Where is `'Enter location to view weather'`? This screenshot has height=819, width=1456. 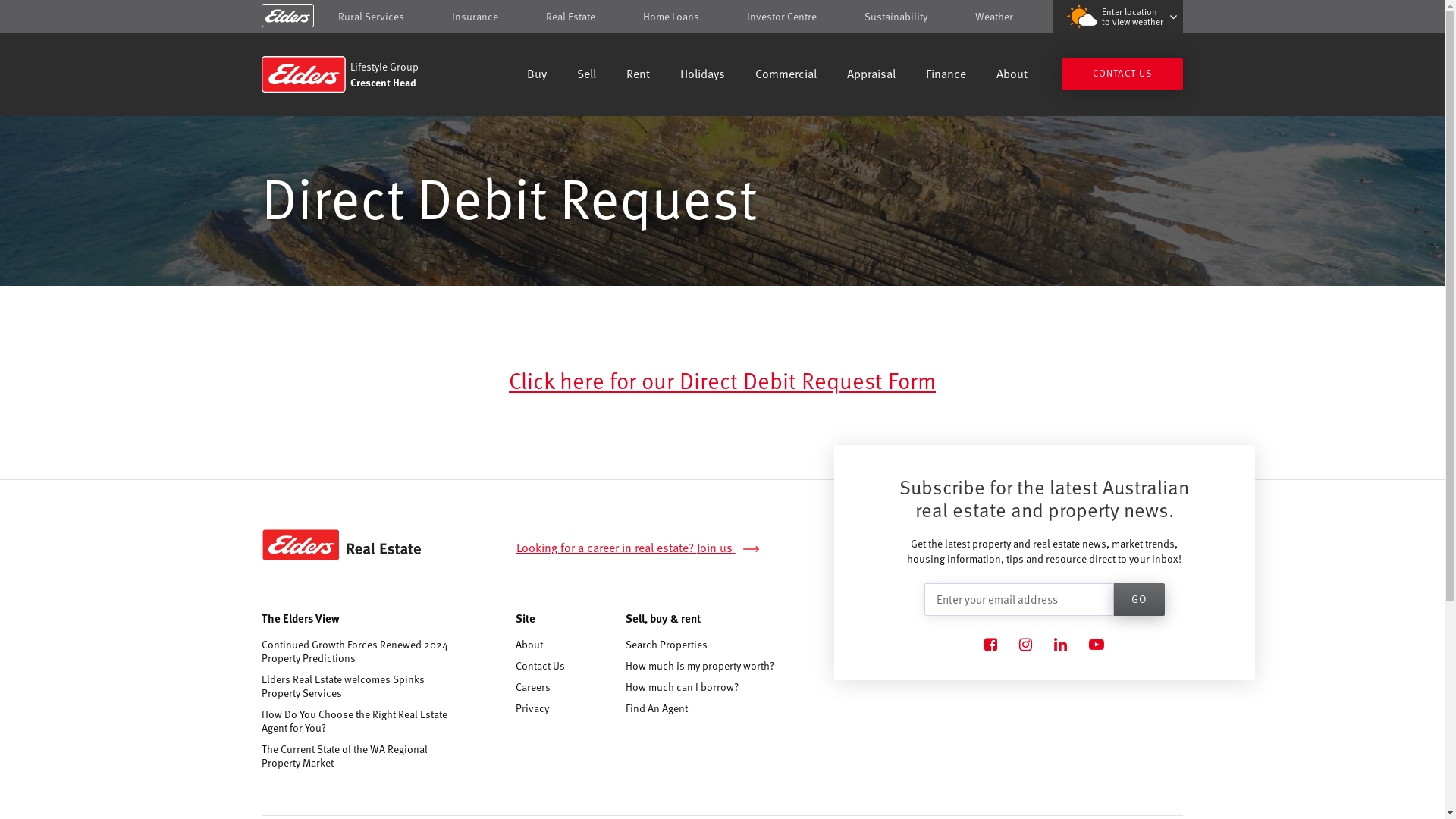
'Enter location to view weather' is located at coordinates (1117, 16).